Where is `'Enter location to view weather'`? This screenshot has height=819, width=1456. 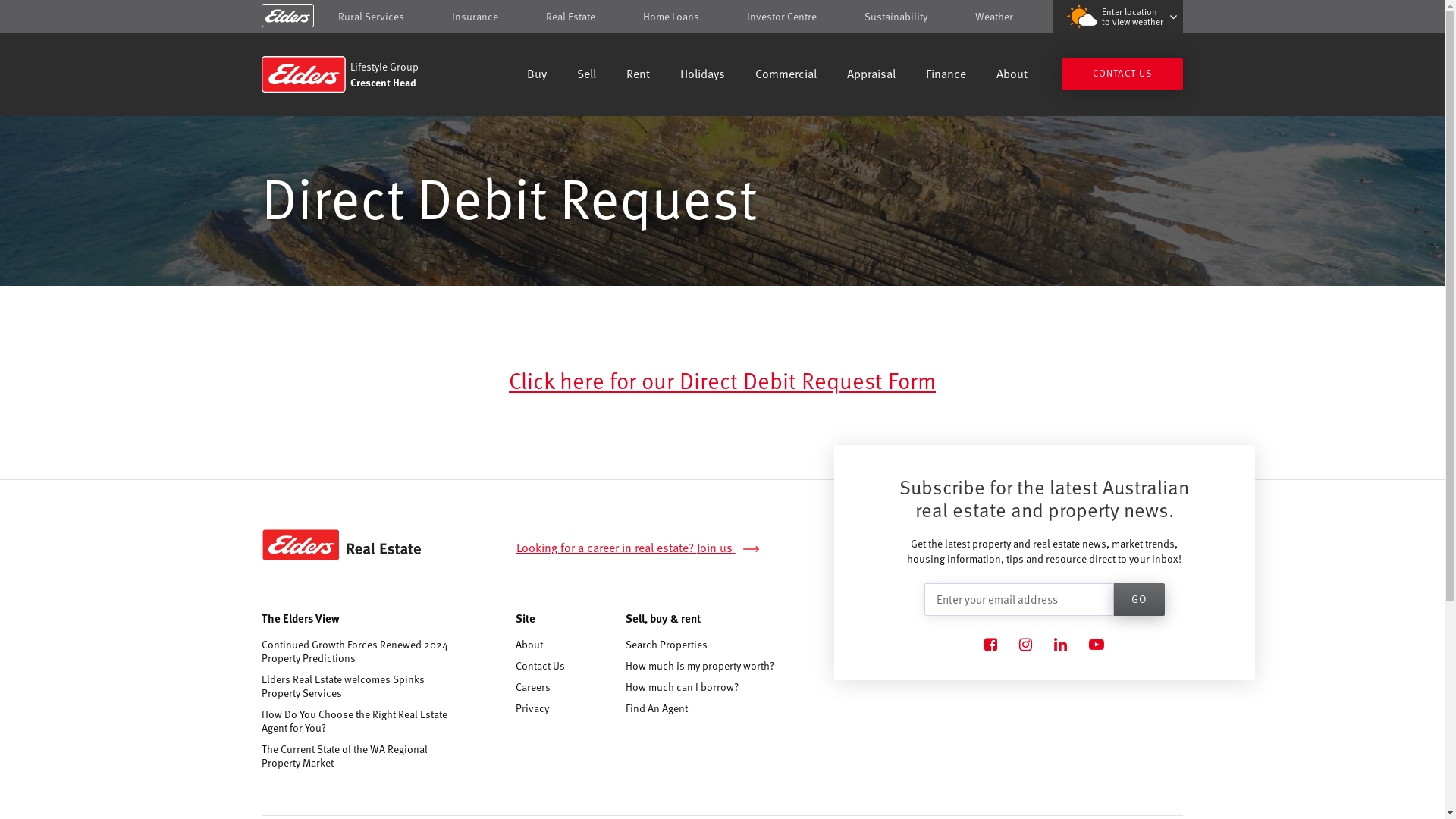
'Enter location to view weather' is located at coordinates (1117, 16).